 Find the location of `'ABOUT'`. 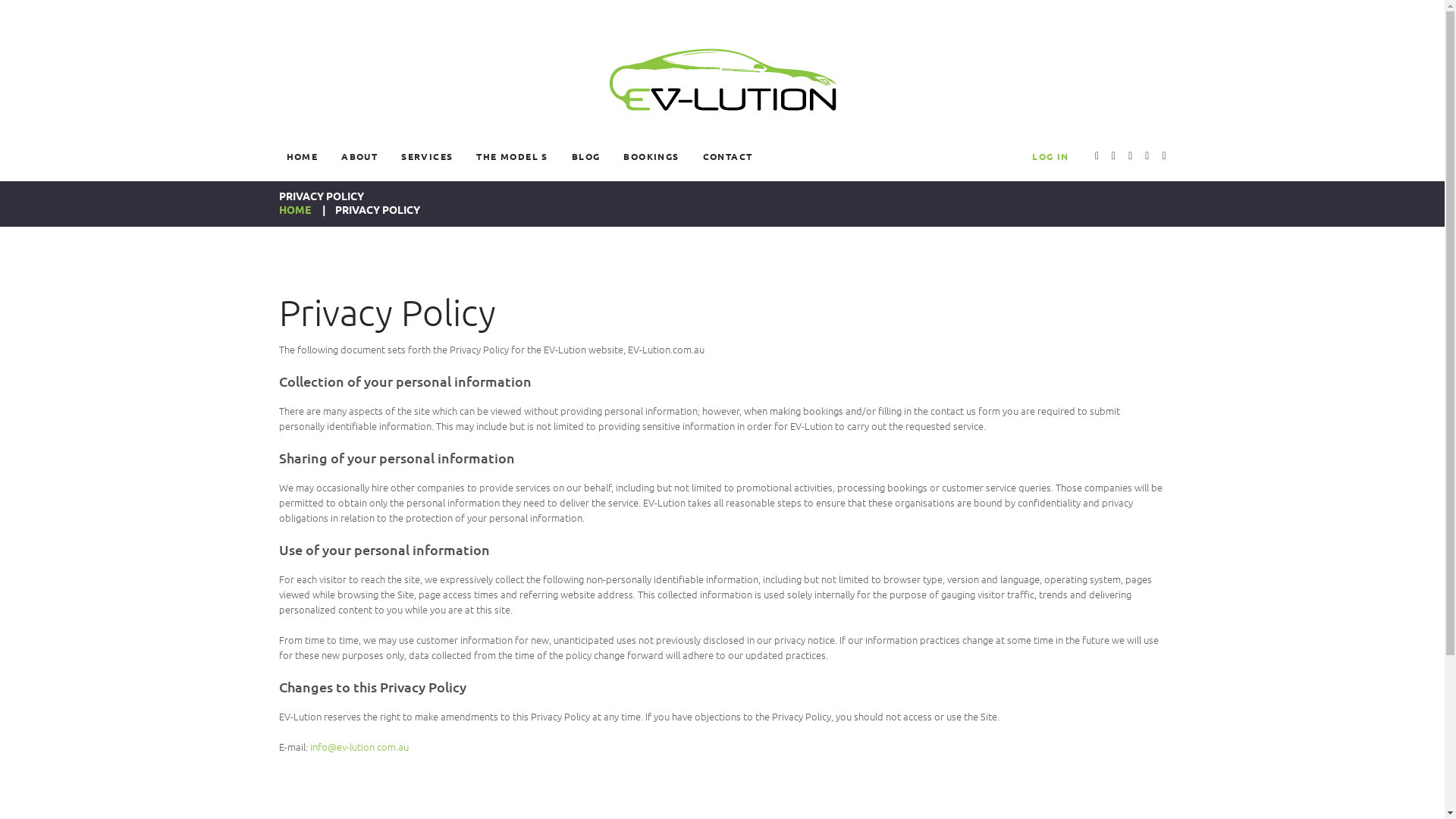

'ABOUT' is located at coordinates (333, 155).